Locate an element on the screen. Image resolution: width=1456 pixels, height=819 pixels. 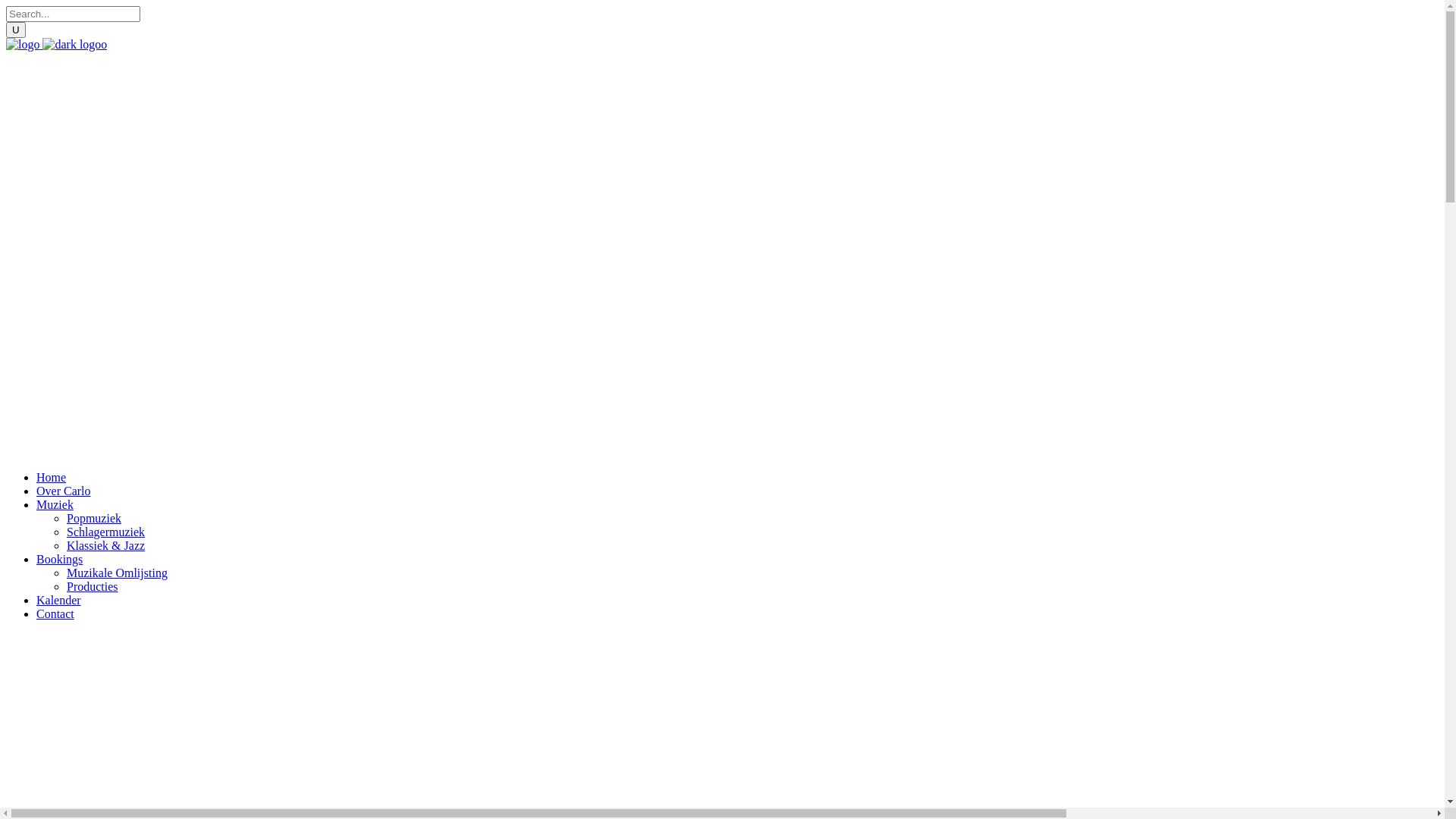
'Contact' is located at coordinates (55, 613).